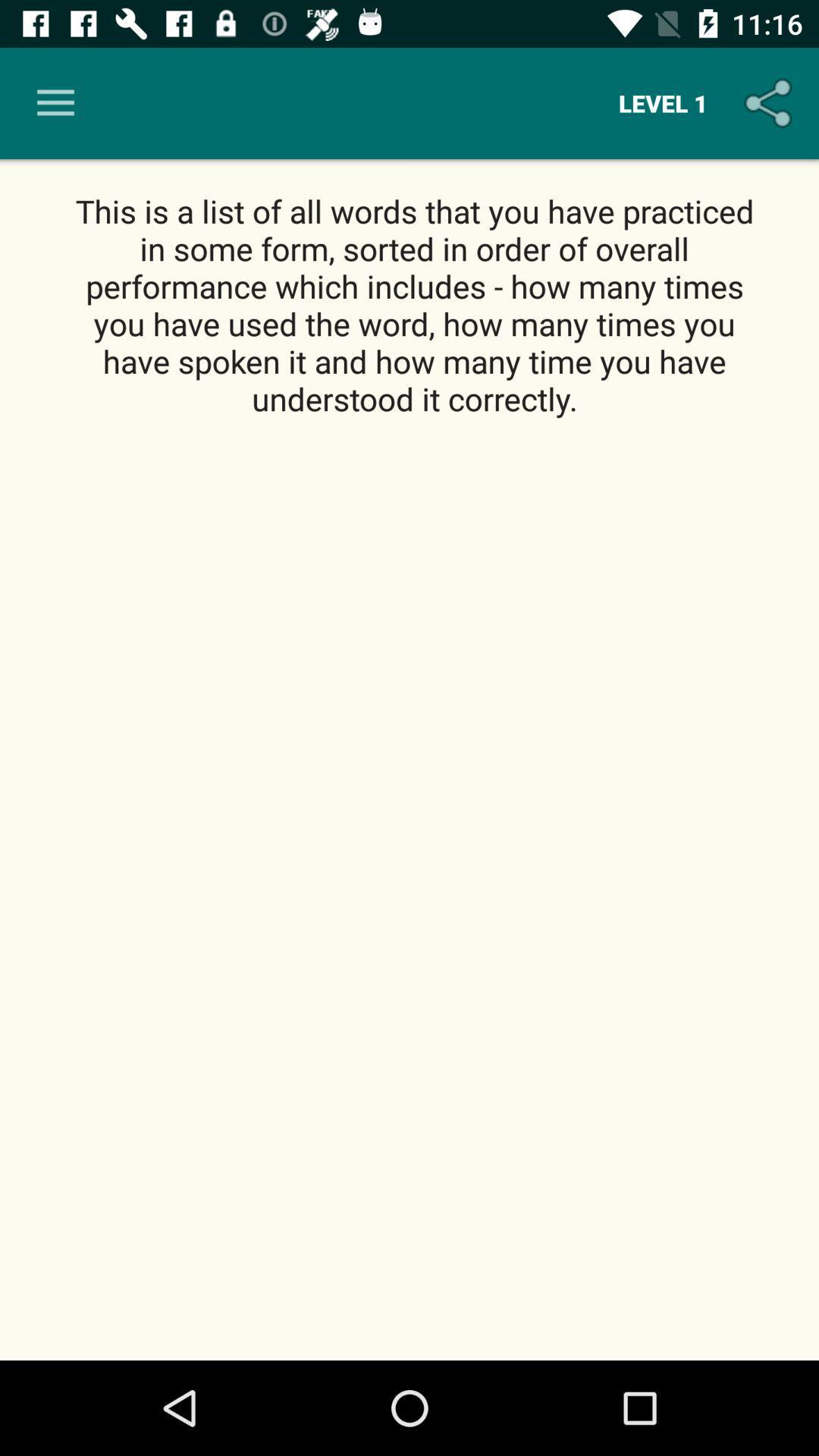 The image size is (819, 1456). I want to click on icon above the this is a, so click(55, 102).